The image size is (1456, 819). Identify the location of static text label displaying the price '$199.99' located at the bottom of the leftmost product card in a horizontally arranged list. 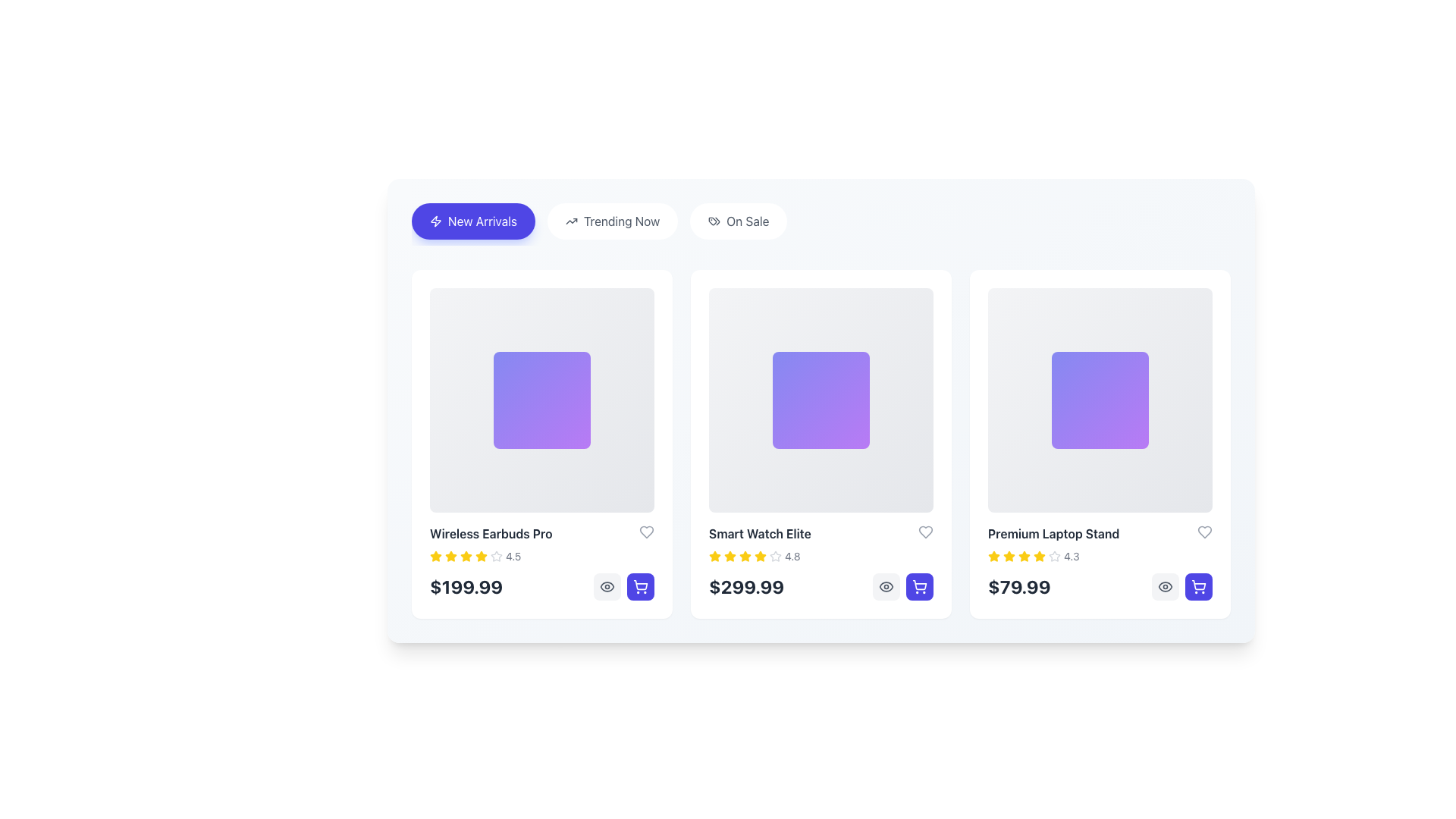
(466, 586).